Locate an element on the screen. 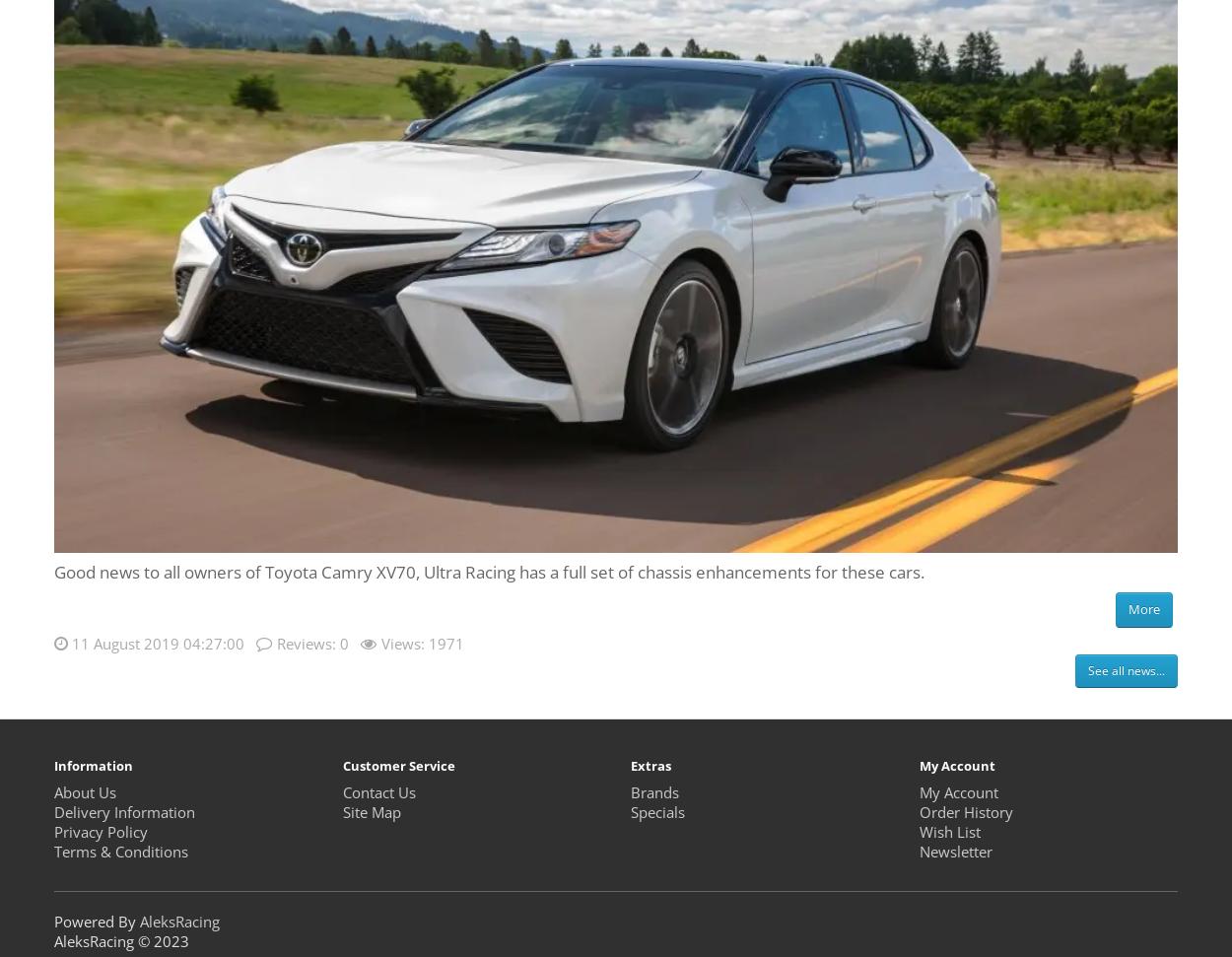 This screenshot has height=957, width=1232. 'About Us' is located at coordinates (84, 791).